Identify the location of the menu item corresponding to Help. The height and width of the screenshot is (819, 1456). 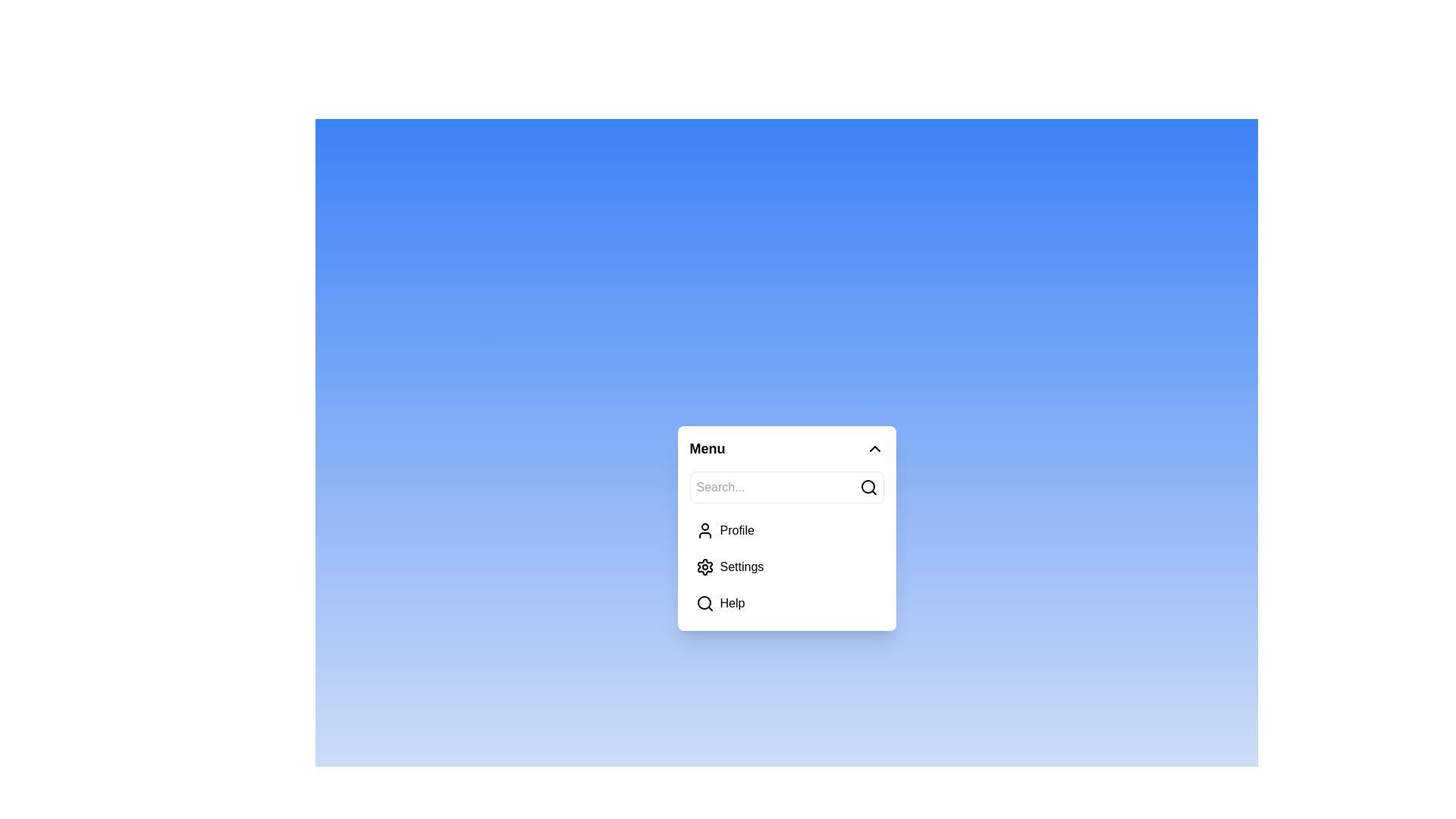
(704, 602).